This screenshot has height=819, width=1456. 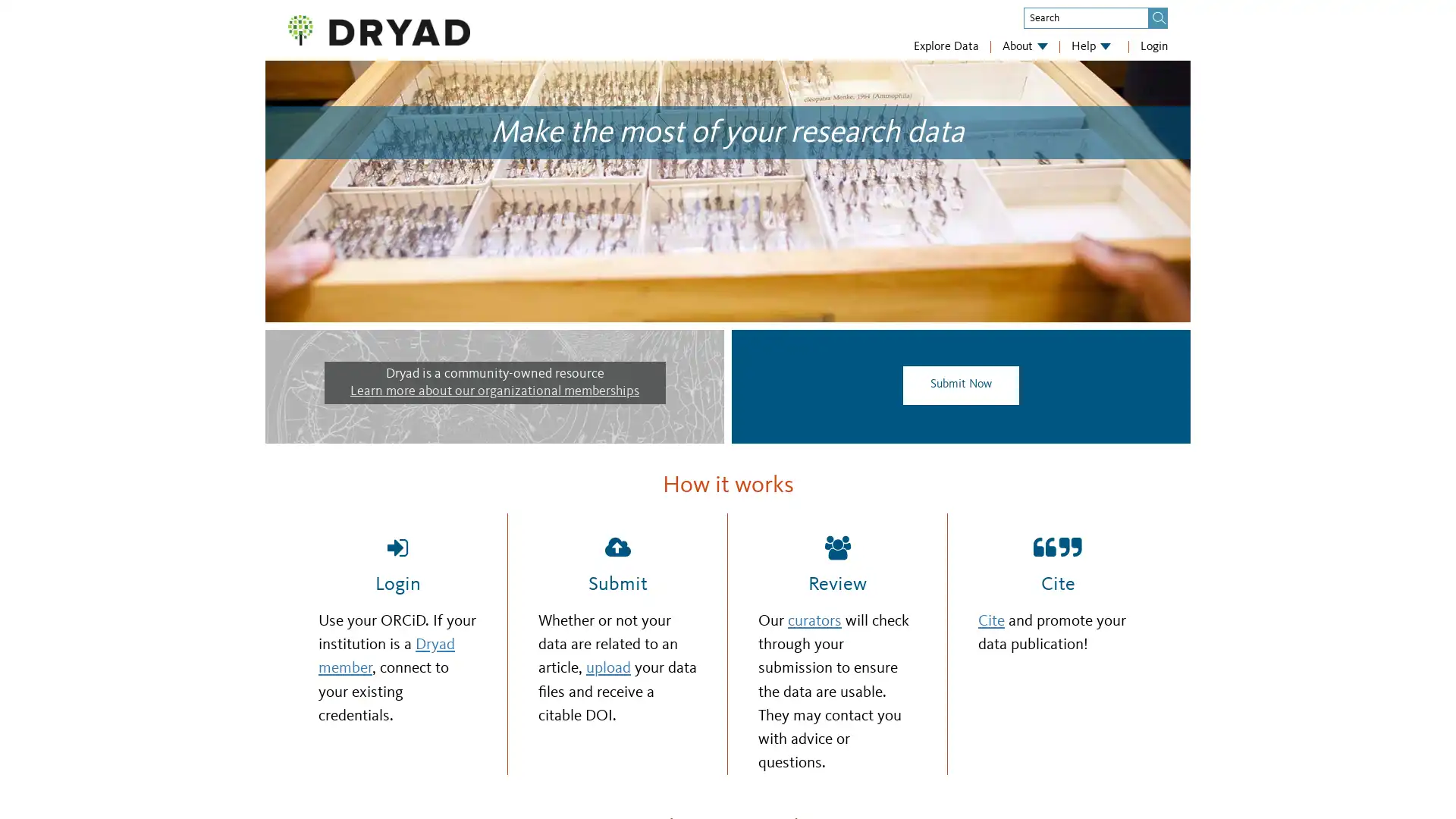 What do you see at coordinates (1025, 45) in the screenshot?
I see `About` at bounding box center [1025, 45].